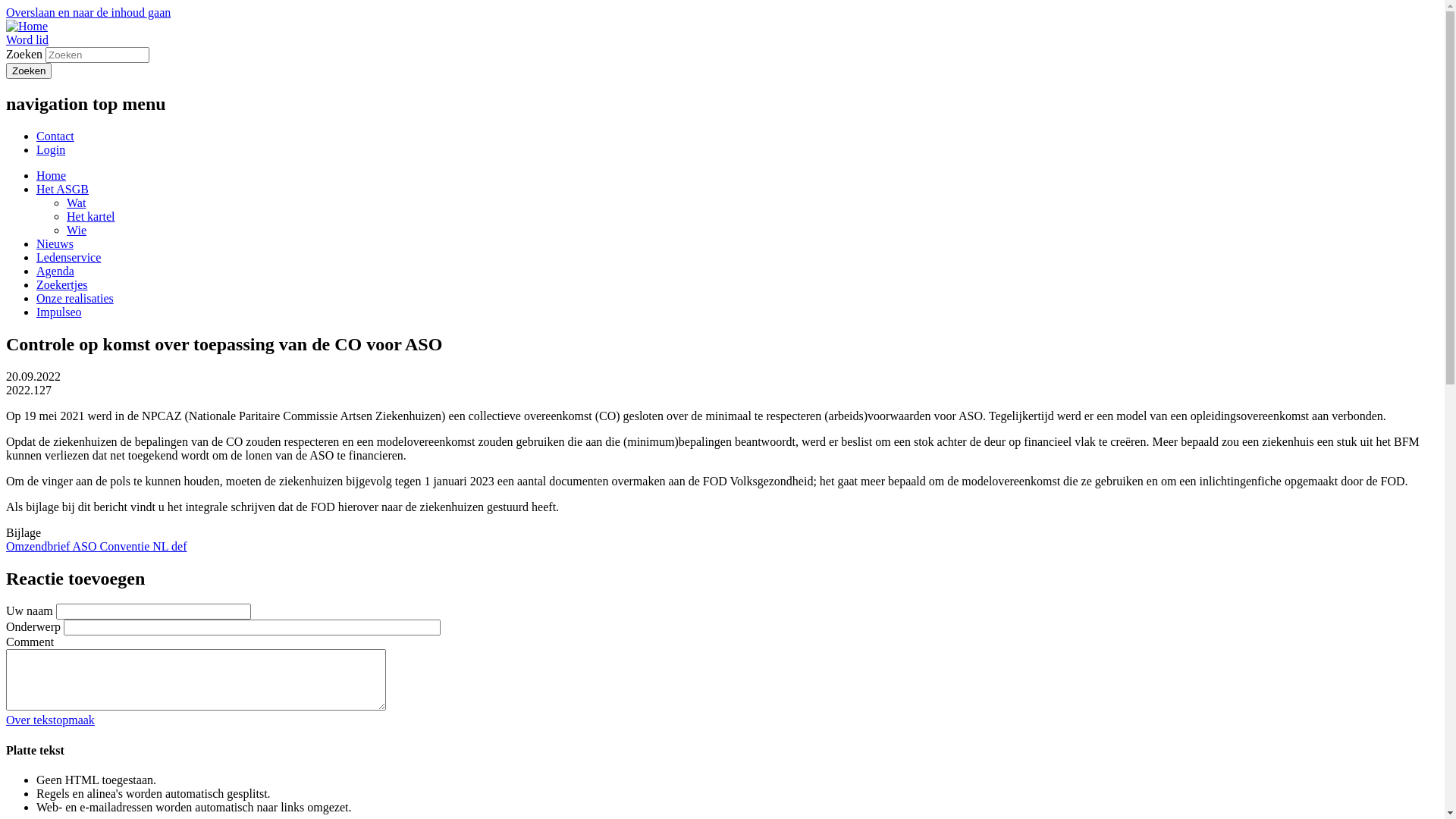 The height and width of the screenshot is (819, 1456). What do you see at coordinates (90, 216) in the screenshot?
I see `'Het kartel'` at bounding box center [90, 216].